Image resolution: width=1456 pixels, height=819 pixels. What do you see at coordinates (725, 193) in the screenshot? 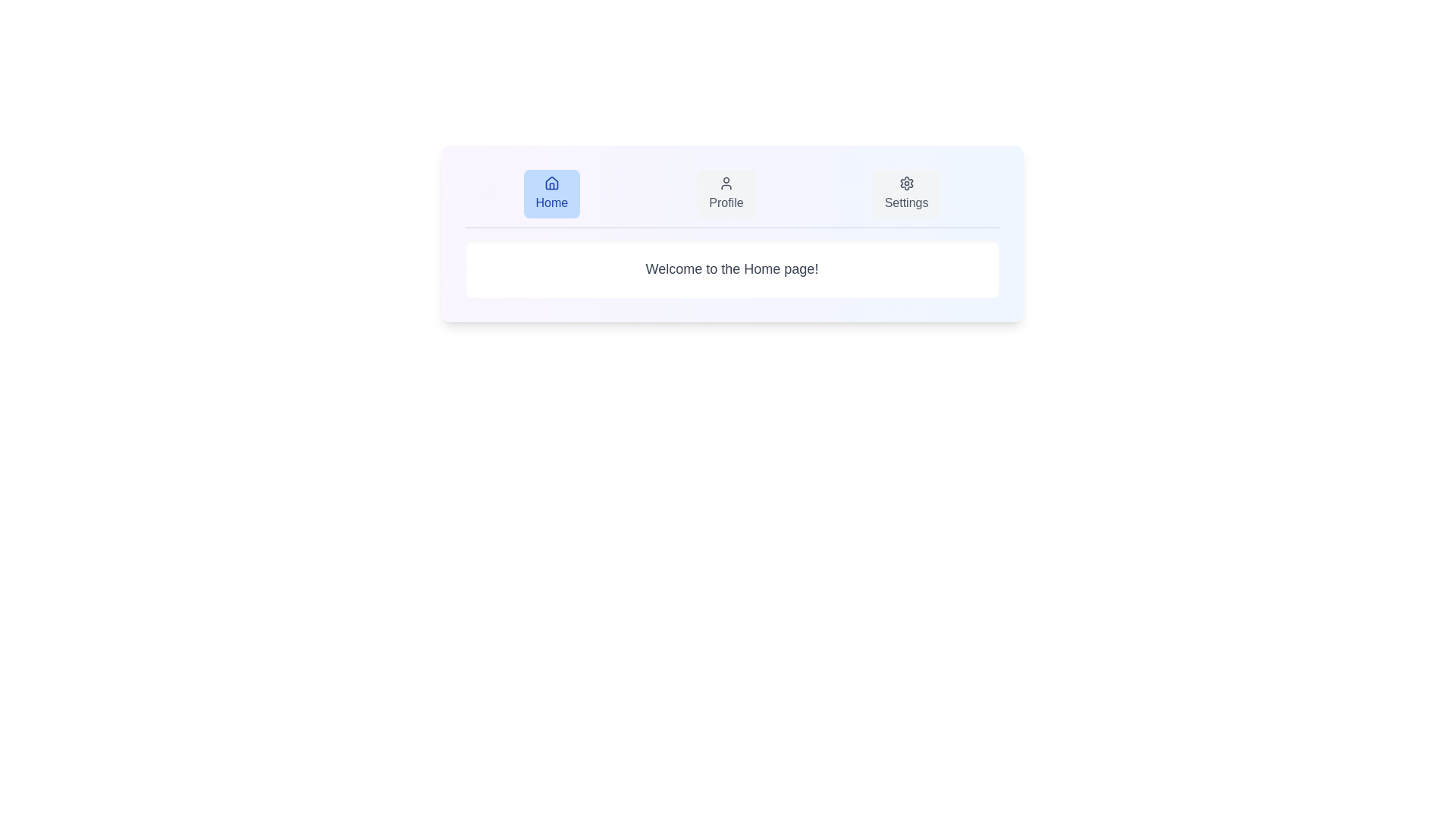
I see `the Profile tab by clicking on it` at bounding box center [725, 193].